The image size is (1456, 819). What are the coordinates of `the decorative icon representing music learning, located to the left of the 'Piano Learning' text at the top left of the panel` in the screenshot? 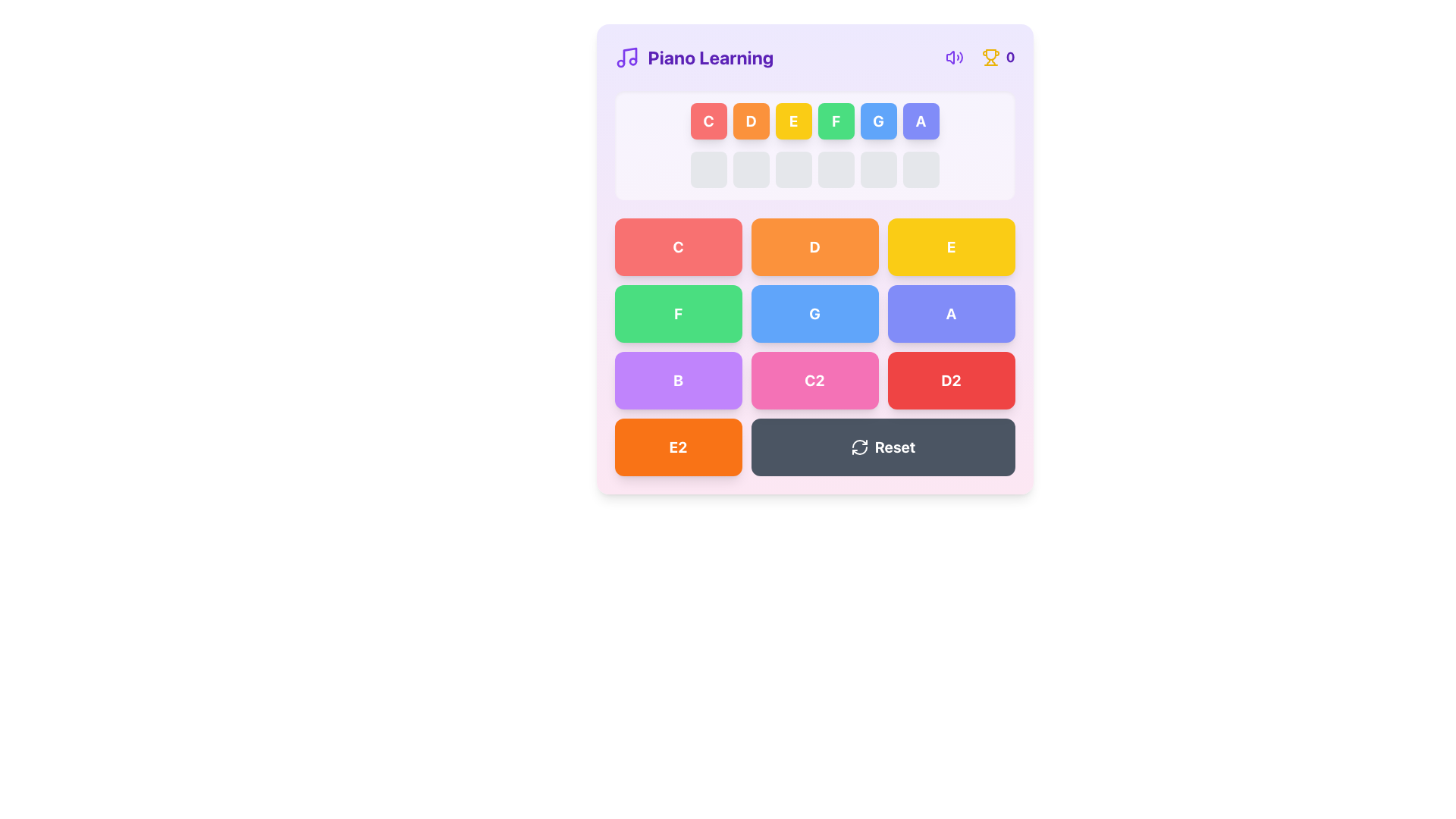 It's located at (626, 57).